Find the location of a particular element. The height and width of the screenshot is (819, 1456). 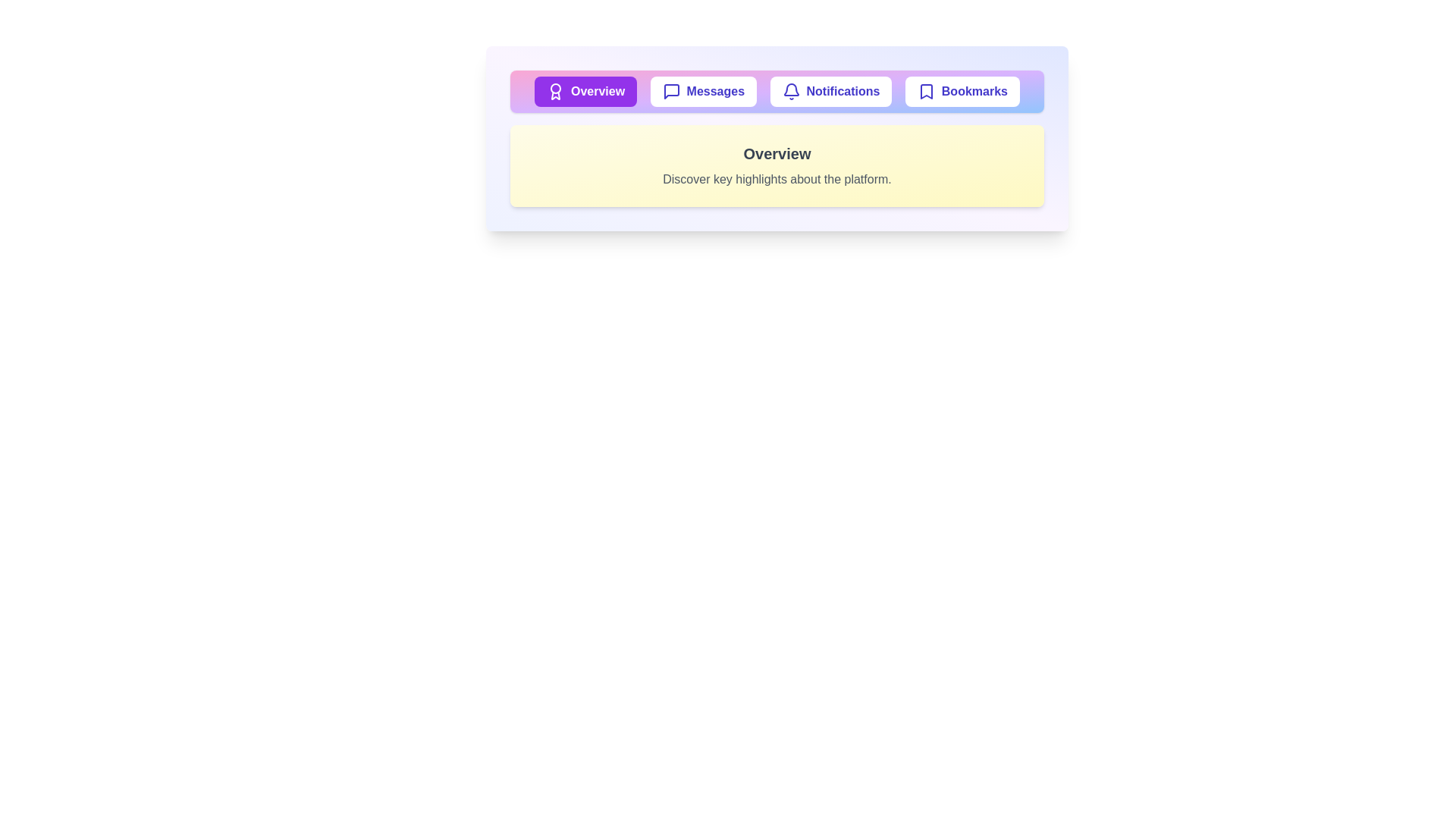

the tab labeled Messages is located at coordinates (702, 91).